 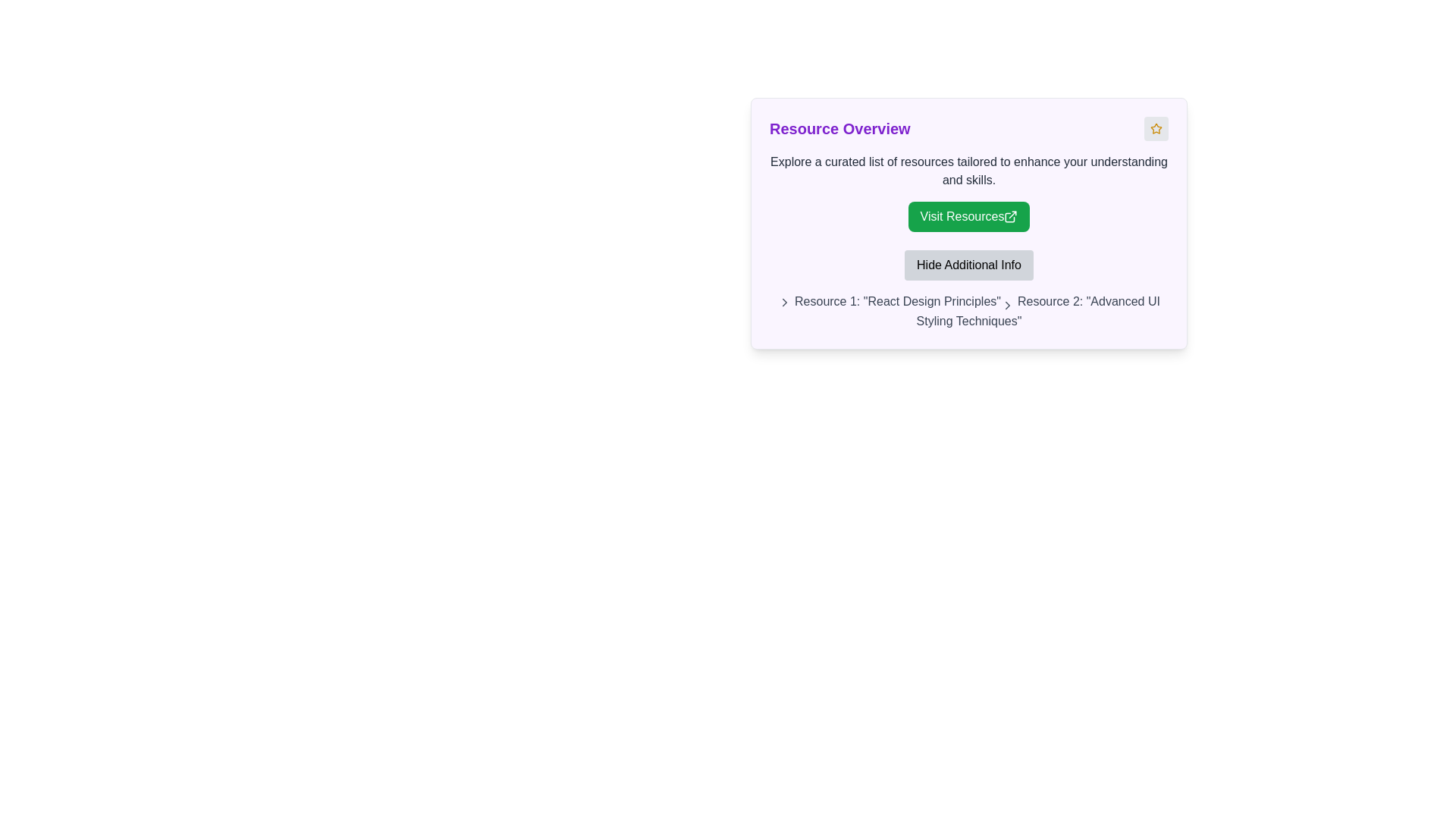 What do you see at coordinates (968, 290) in the screenshot?
I see `the button at the top of the 'Resource Overview' section to hide the additional information` at bounding box center [968, 290].